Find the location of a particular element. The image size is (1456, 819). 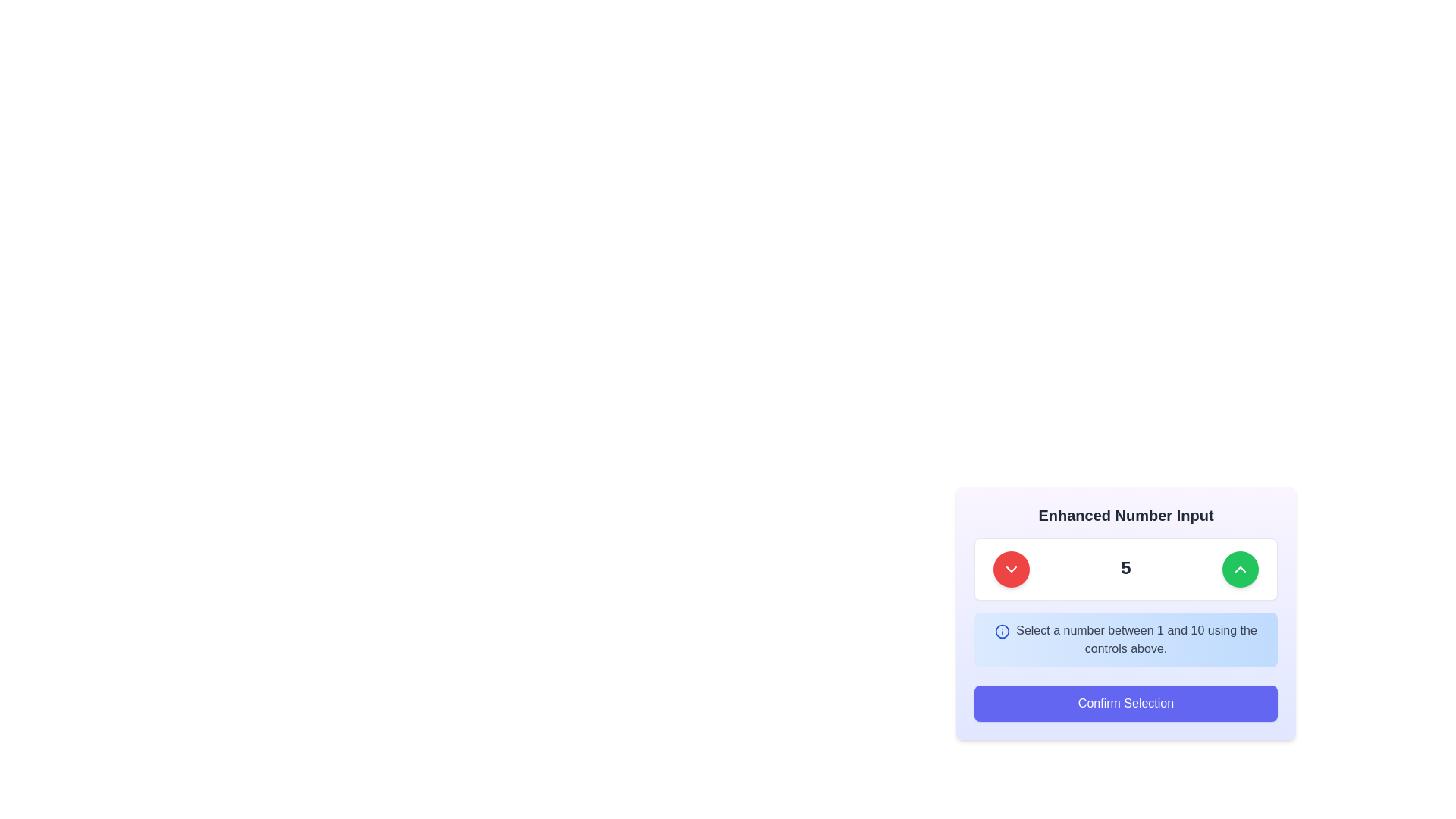

the green circular button with an upward-pointing chevron icon located at the top-right corner of the 'Enhanced Number Input' UI component to increase the number in the input field is located at coordinates (1241, 570).